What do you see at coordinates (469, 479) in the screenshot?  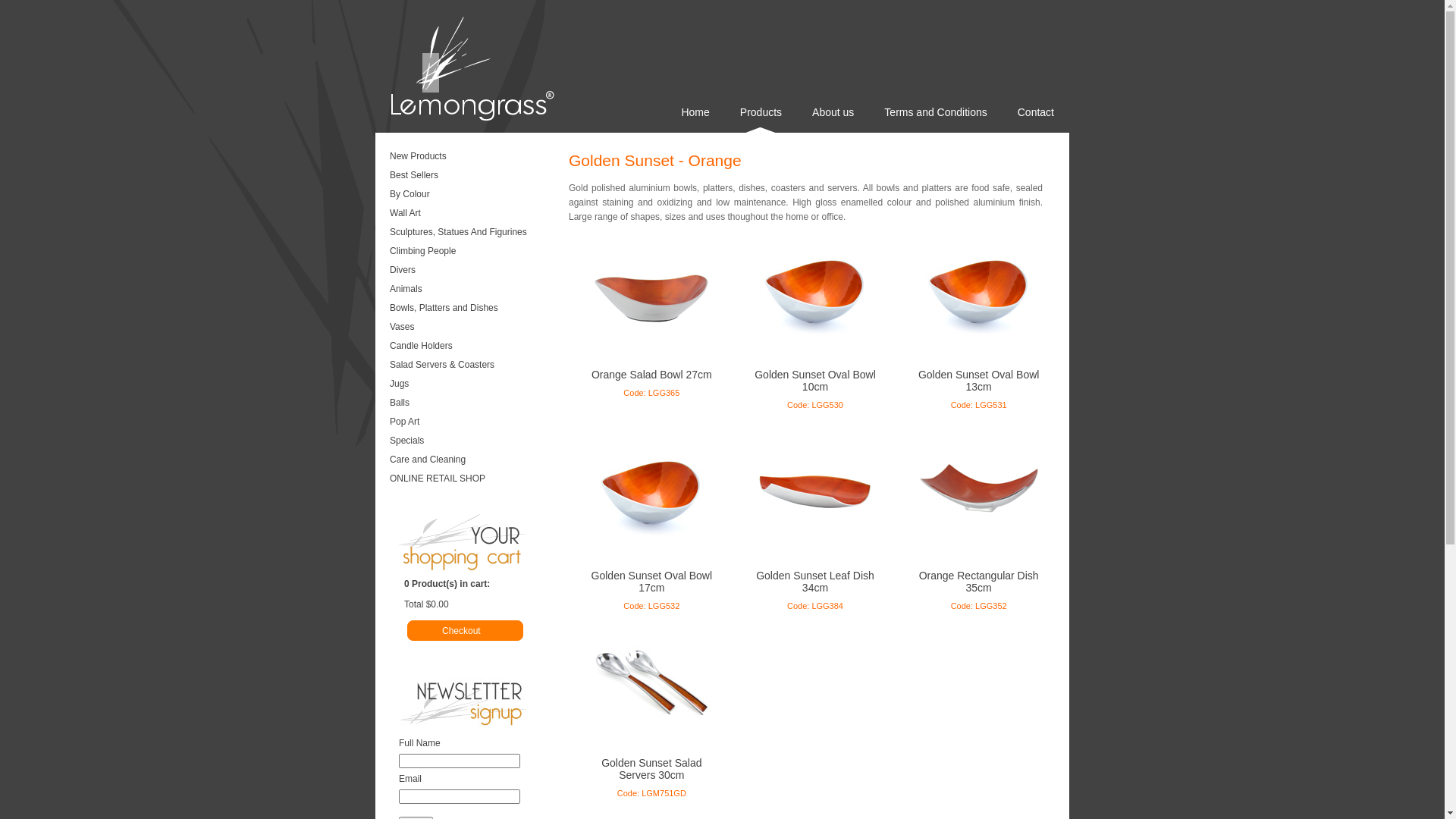 I see `'ONLINE RETAIL SHOP'` at bounding box center [469, 479].